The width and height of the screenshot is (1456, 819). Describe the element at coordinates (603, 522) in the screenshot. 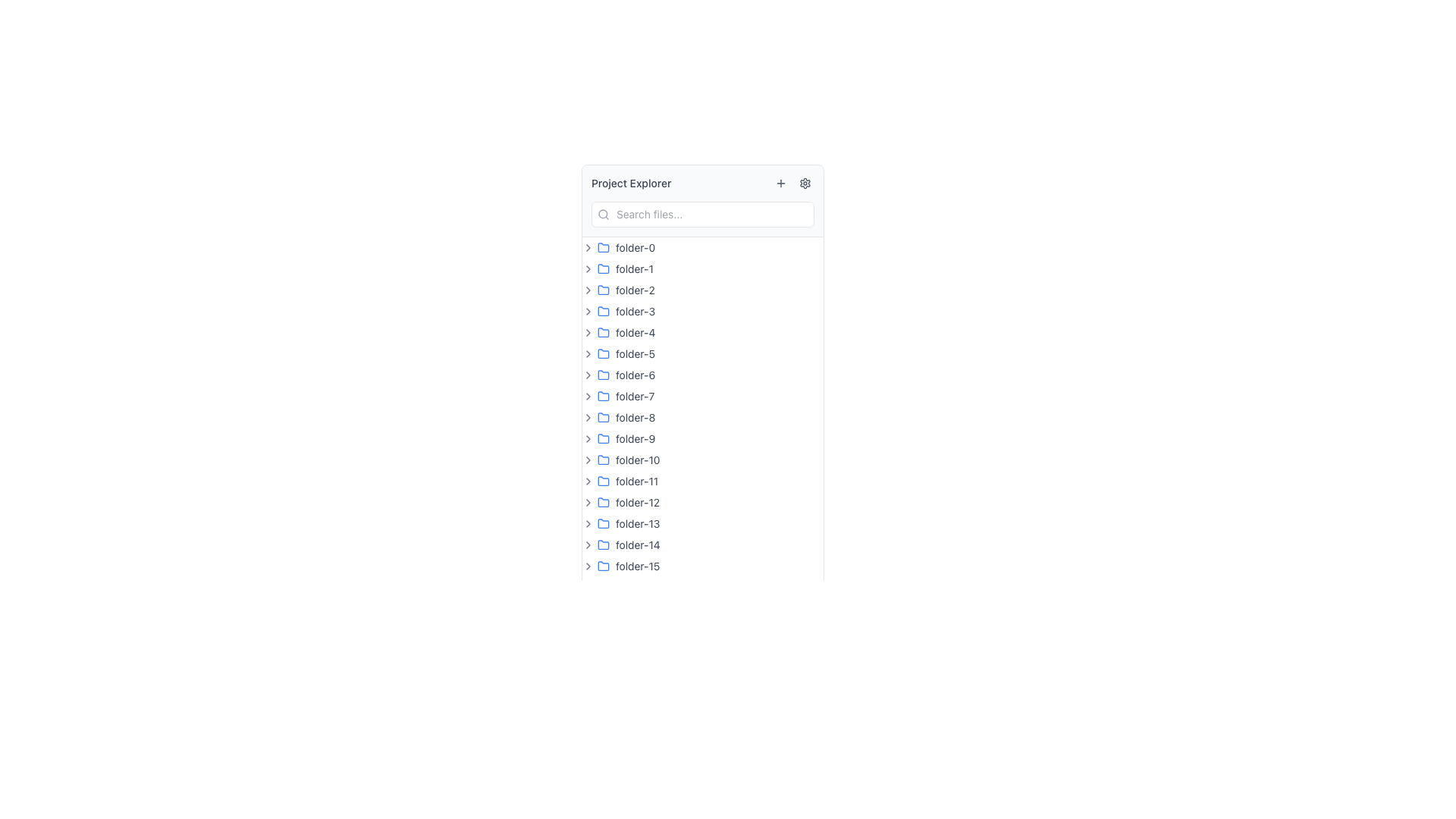

I see `the blue folder icon with a small red marker located to the left of 'folder-13'` at that location.